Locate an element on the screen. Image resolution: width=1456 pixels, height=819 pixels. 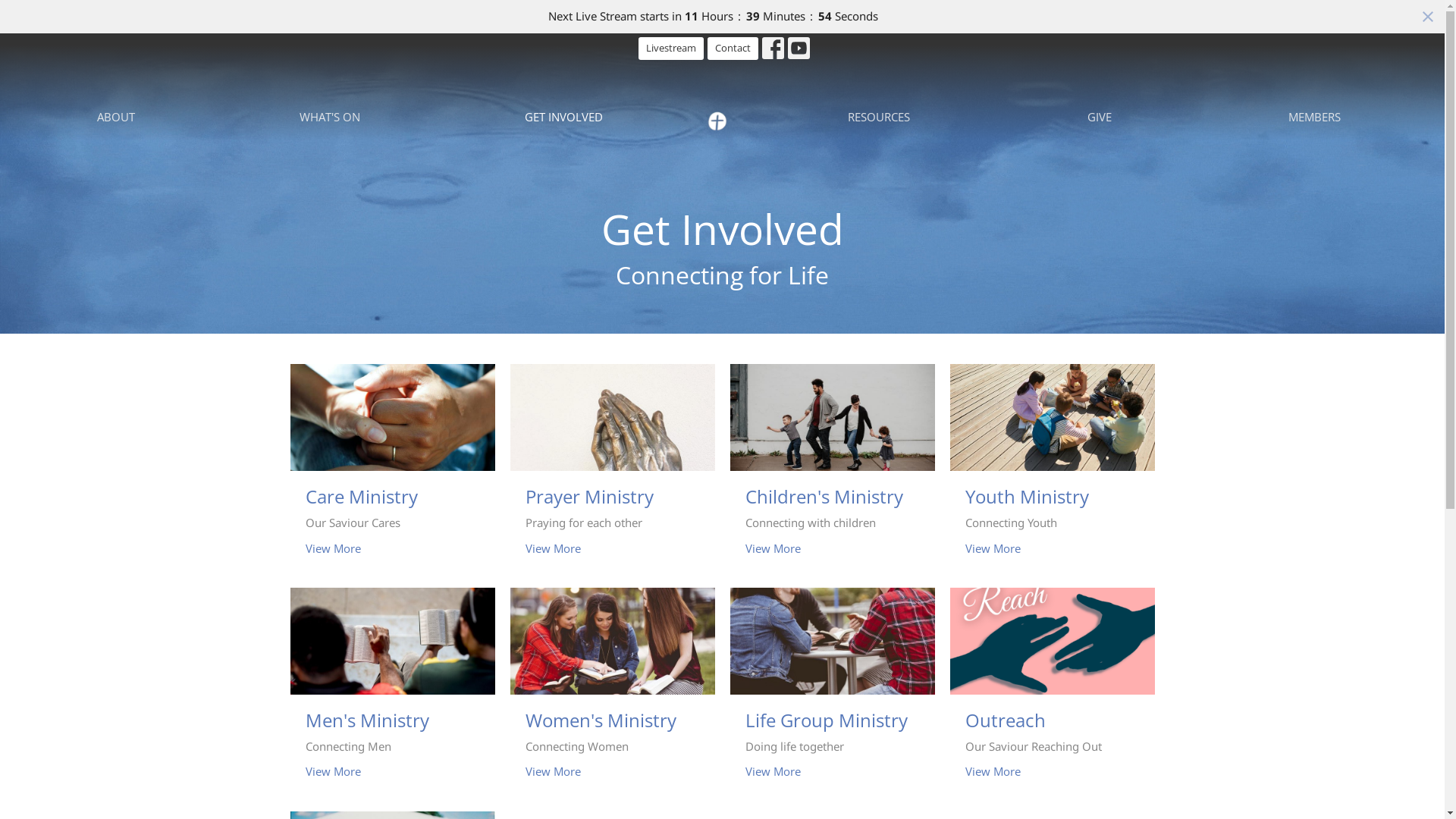
'Men's Ministry is located at coordinates (392, 692).